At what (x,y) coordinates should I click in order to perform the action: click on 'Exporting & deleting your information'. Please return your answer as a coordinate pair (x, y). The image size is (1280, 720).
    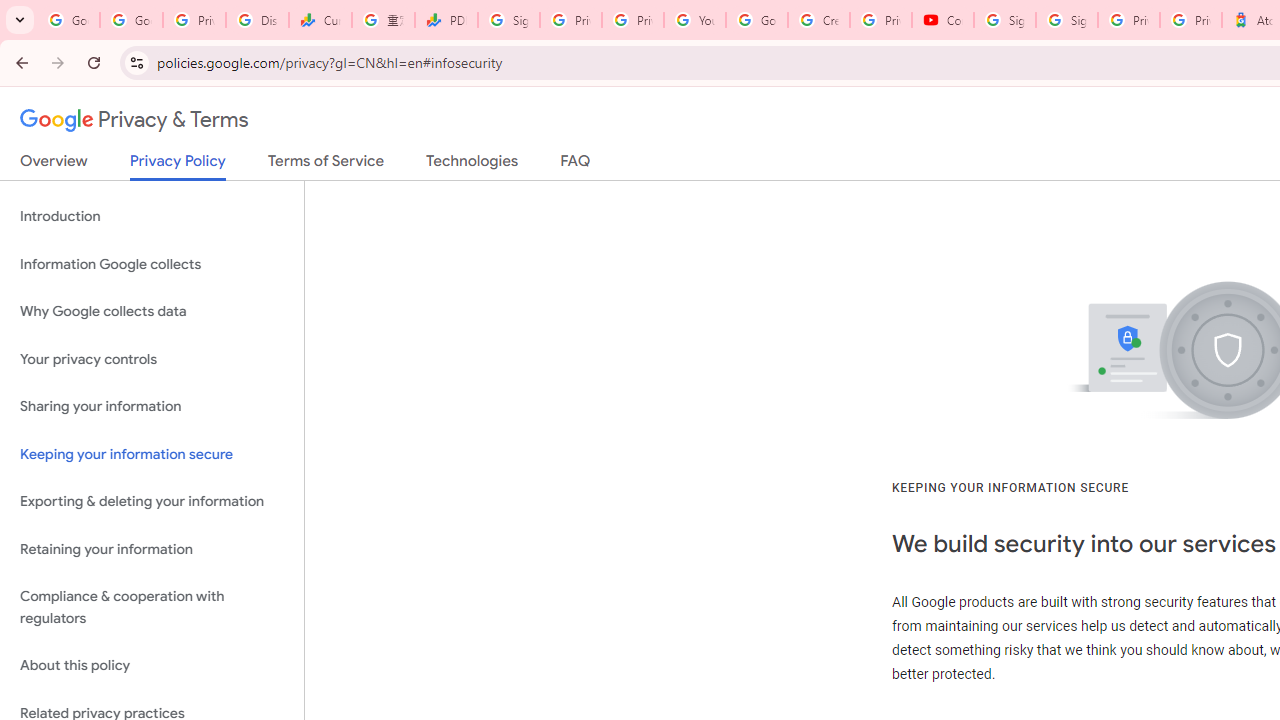
    Looking at the image, I should click on (151, 501).